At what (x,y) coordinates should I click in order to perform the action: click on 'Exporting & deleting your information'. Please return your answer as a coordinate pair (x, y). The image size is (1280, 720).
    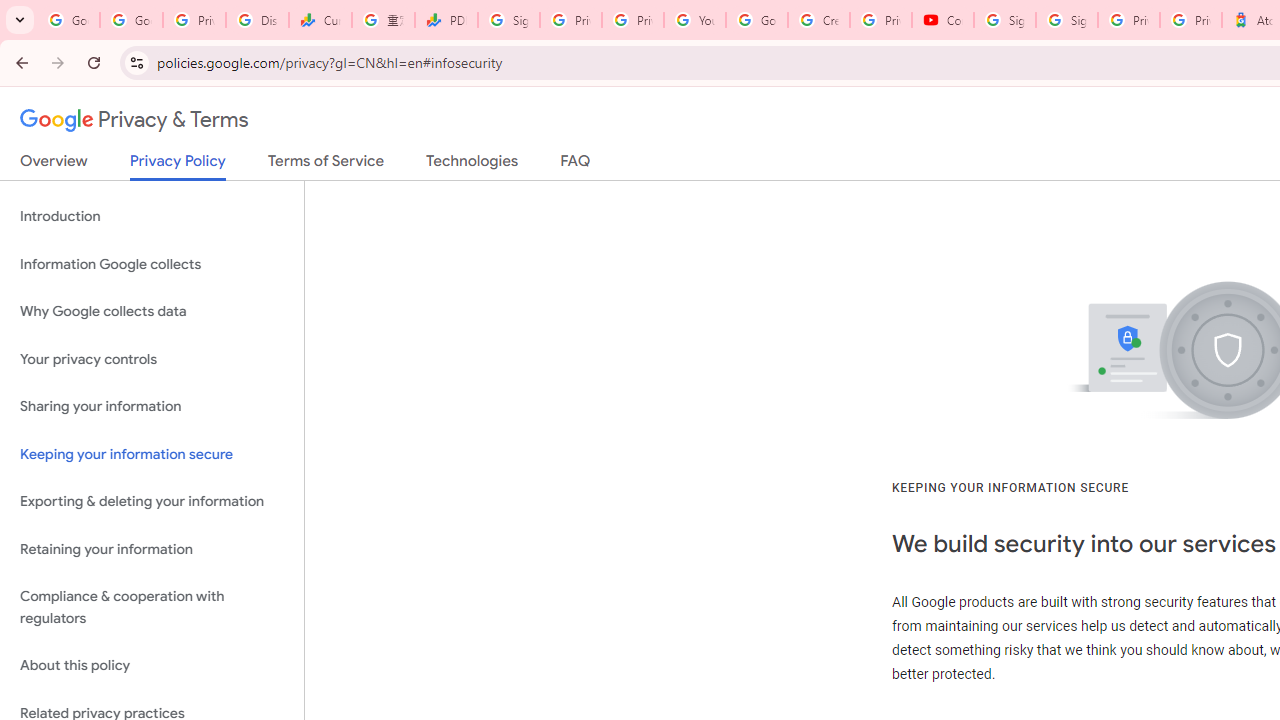
    Looking at the image, I should click on (151, 501).